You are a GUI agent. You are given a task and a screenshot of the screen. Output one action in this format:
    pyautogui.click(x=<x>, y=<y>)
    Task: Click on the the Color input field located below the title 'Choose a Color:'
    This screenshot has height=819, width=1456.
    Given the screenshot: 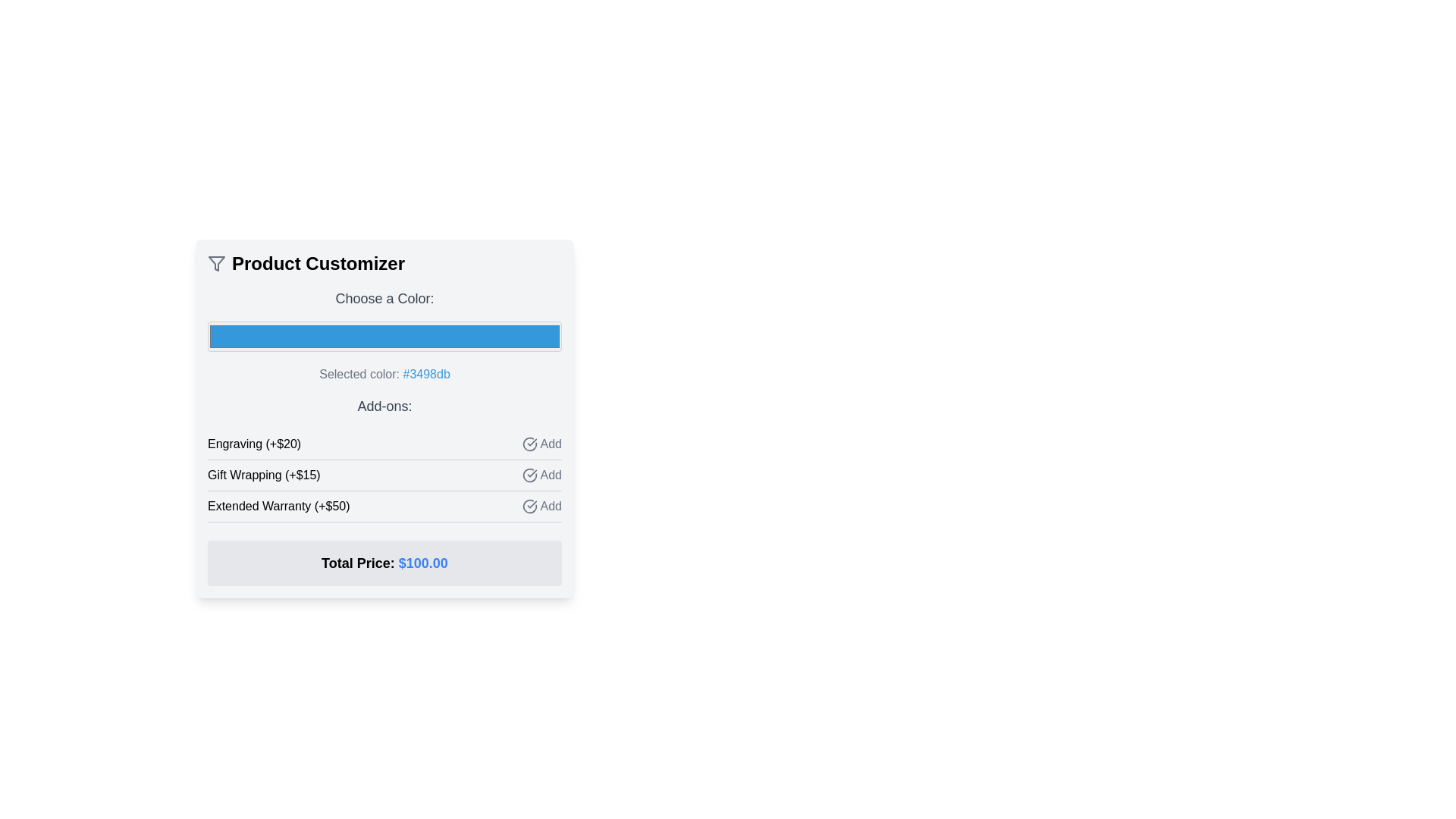 What is the action you would take?
    pyautogui.click(x=384, y=335)
    